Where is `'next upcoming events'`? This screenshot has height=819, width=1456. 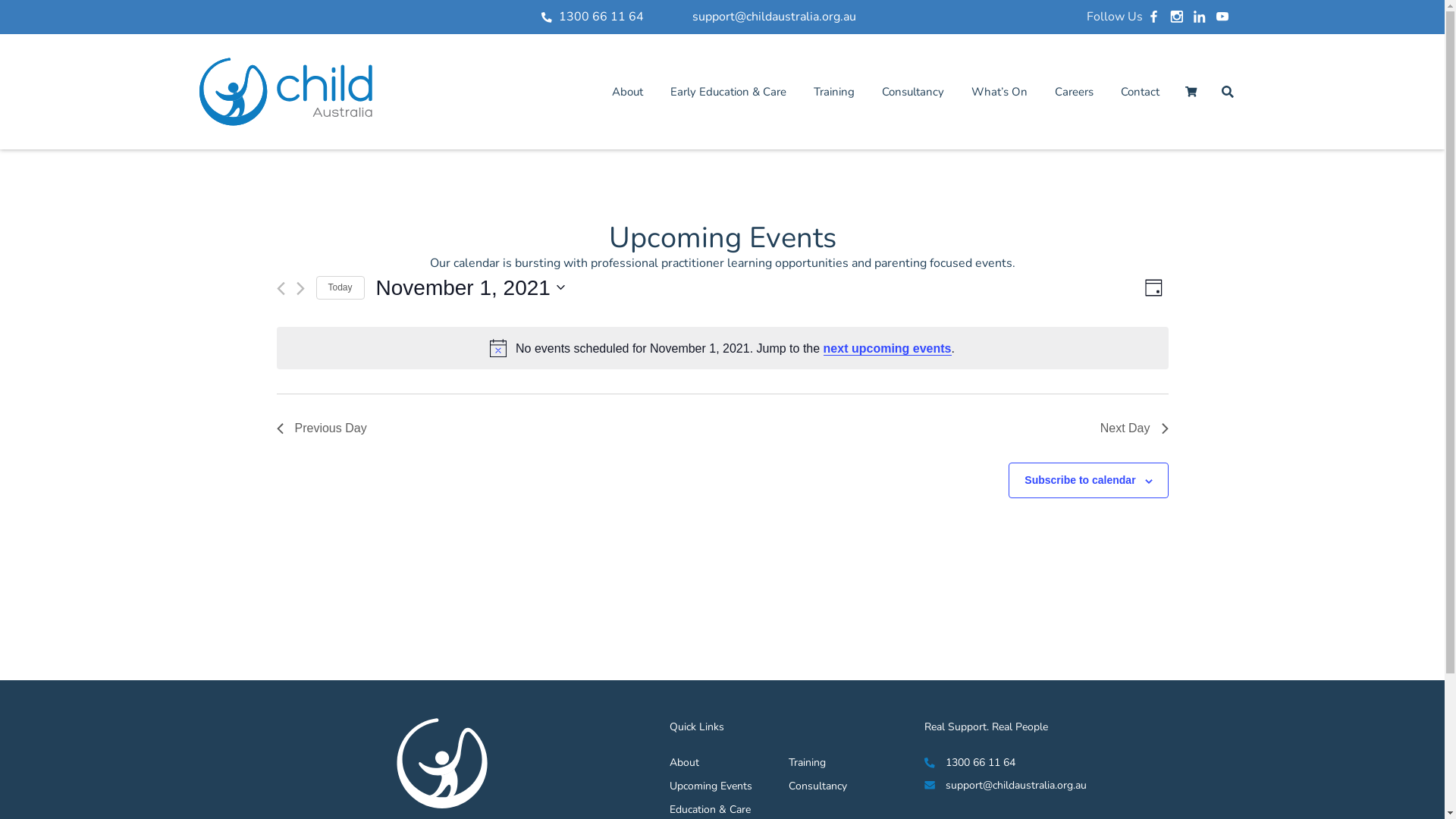 'next upcoming events' is located at coordinates (822, 348).